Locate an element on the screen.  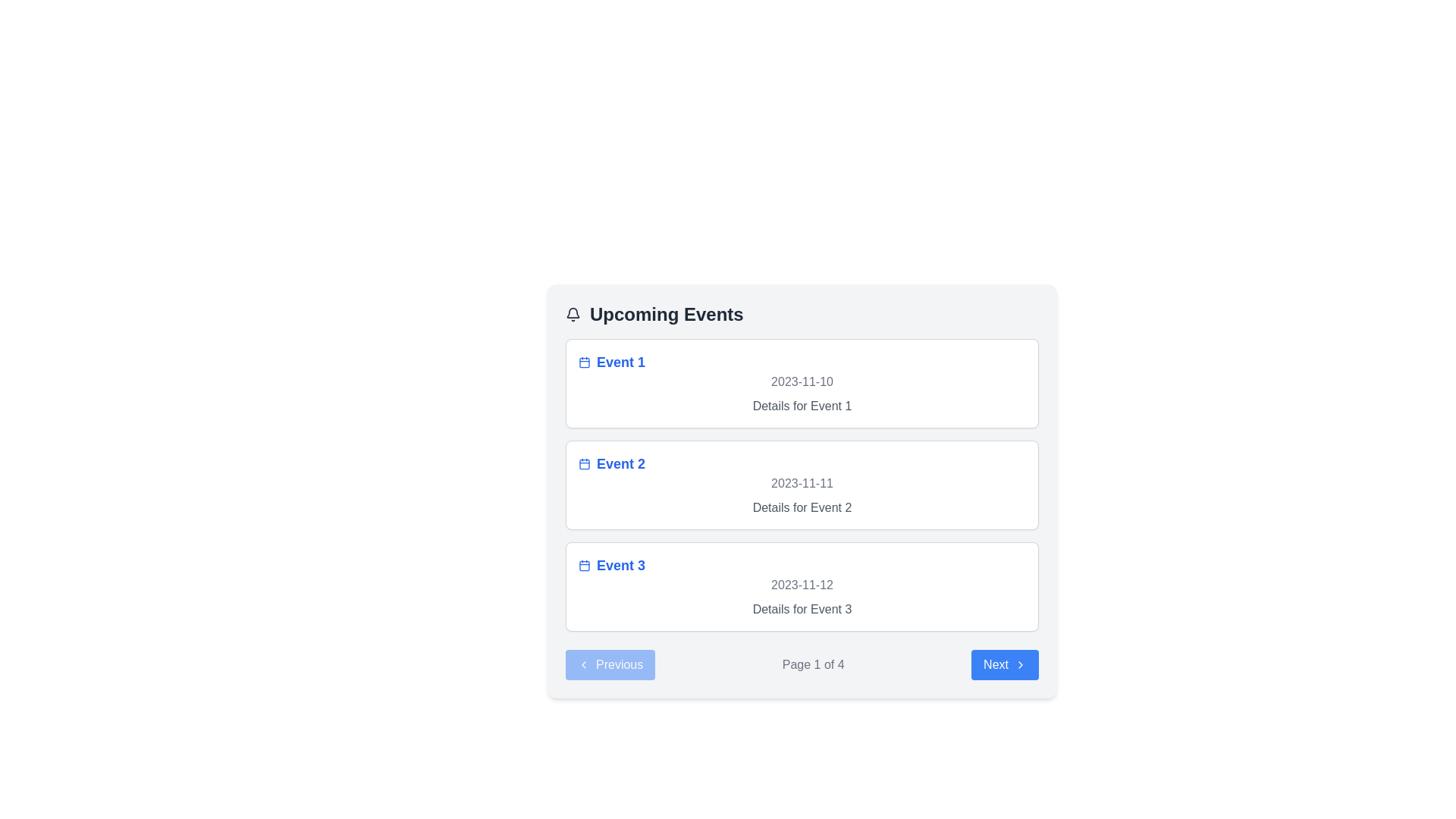
the information card displaying details for 'Event 2' in the 'Upcoming Events' section is located at coordinates (801, 485).